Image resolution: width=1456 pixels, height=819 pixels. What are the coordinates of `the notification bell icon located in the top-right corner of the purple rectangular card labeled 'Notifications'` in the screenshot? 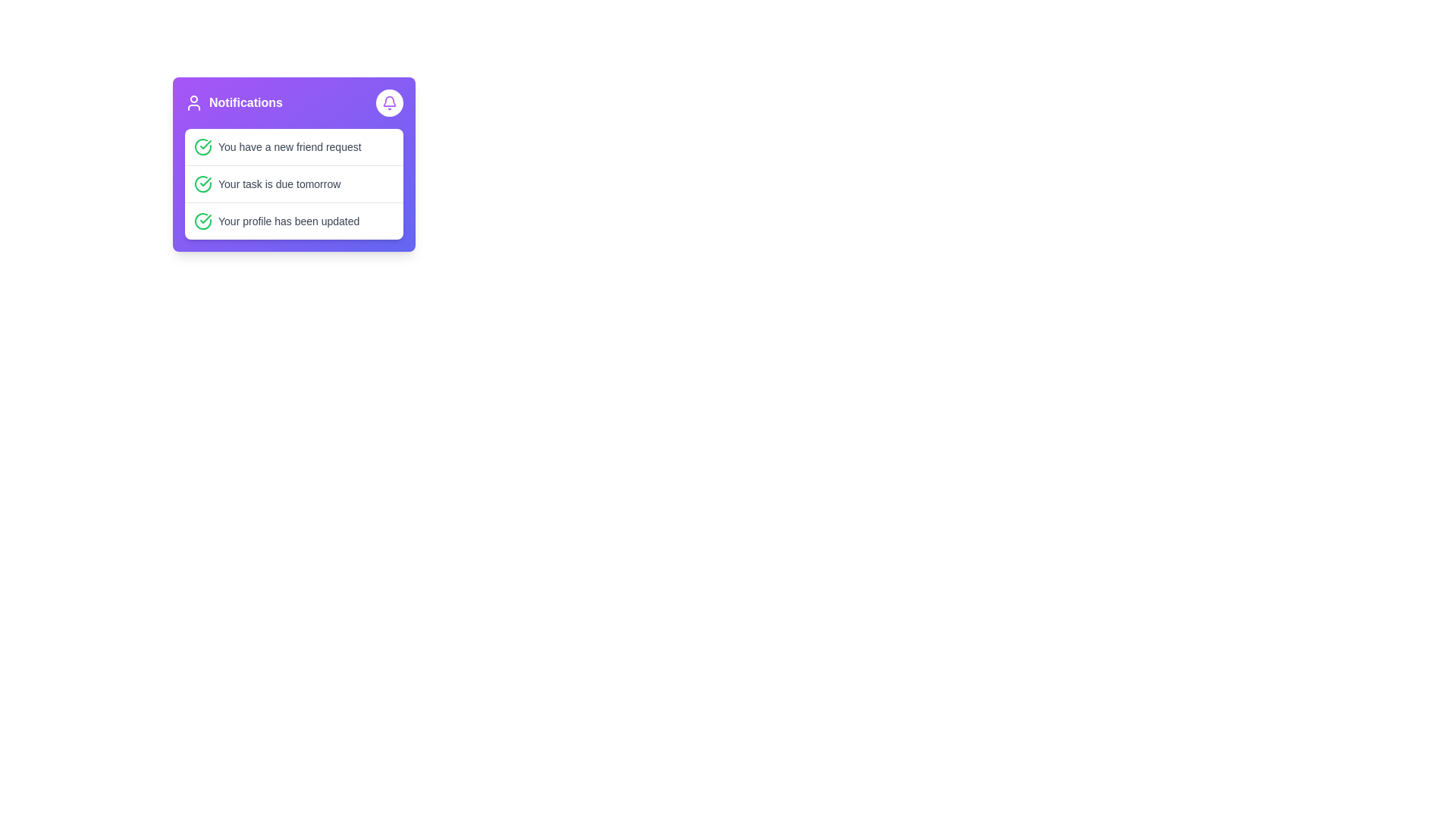 It's located at (389, 101).